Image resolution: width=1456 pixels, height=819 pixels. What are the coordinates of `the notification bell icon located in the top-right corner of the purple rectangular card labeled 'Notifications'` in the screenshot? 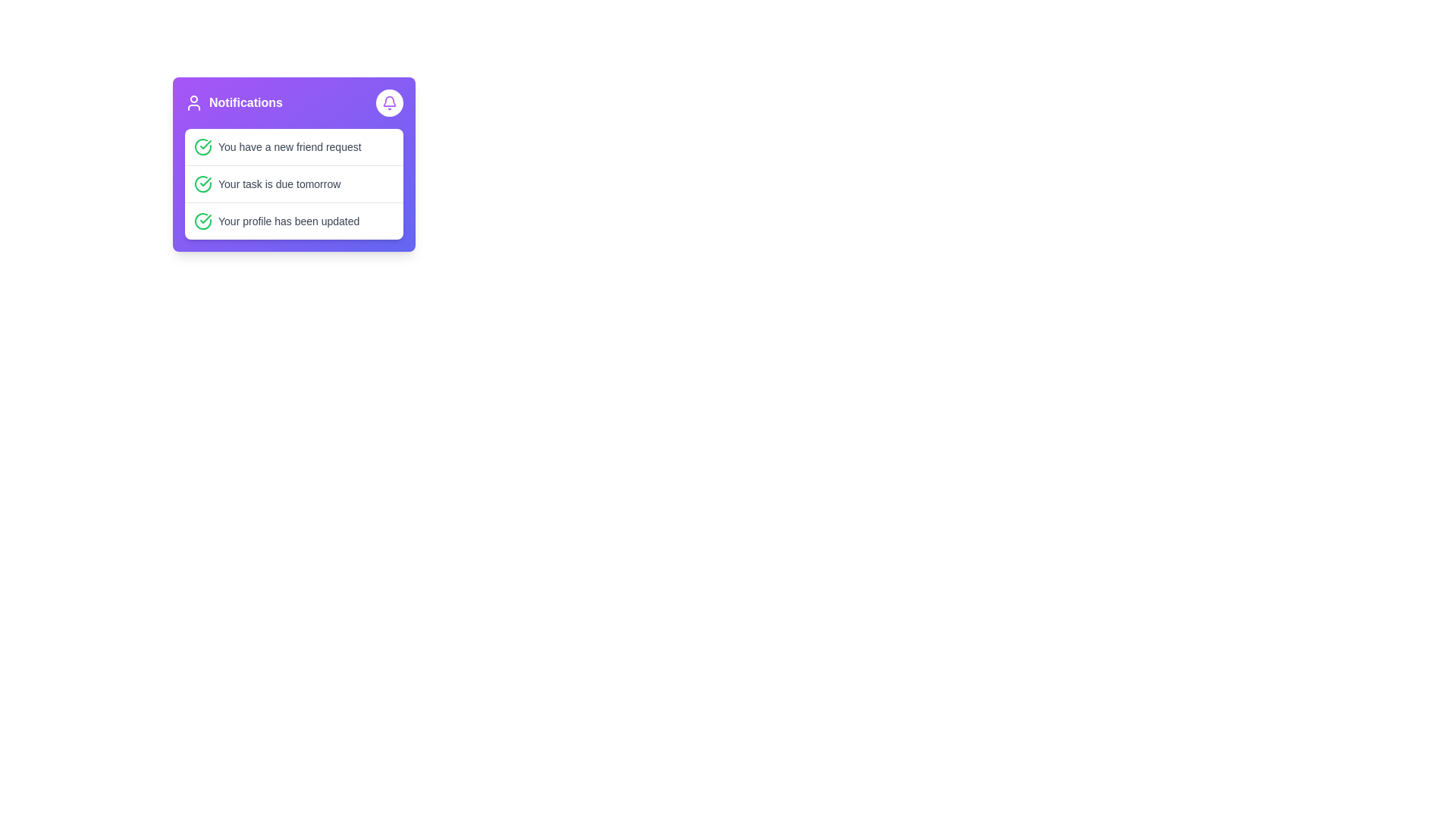 It's located at (389, 101).